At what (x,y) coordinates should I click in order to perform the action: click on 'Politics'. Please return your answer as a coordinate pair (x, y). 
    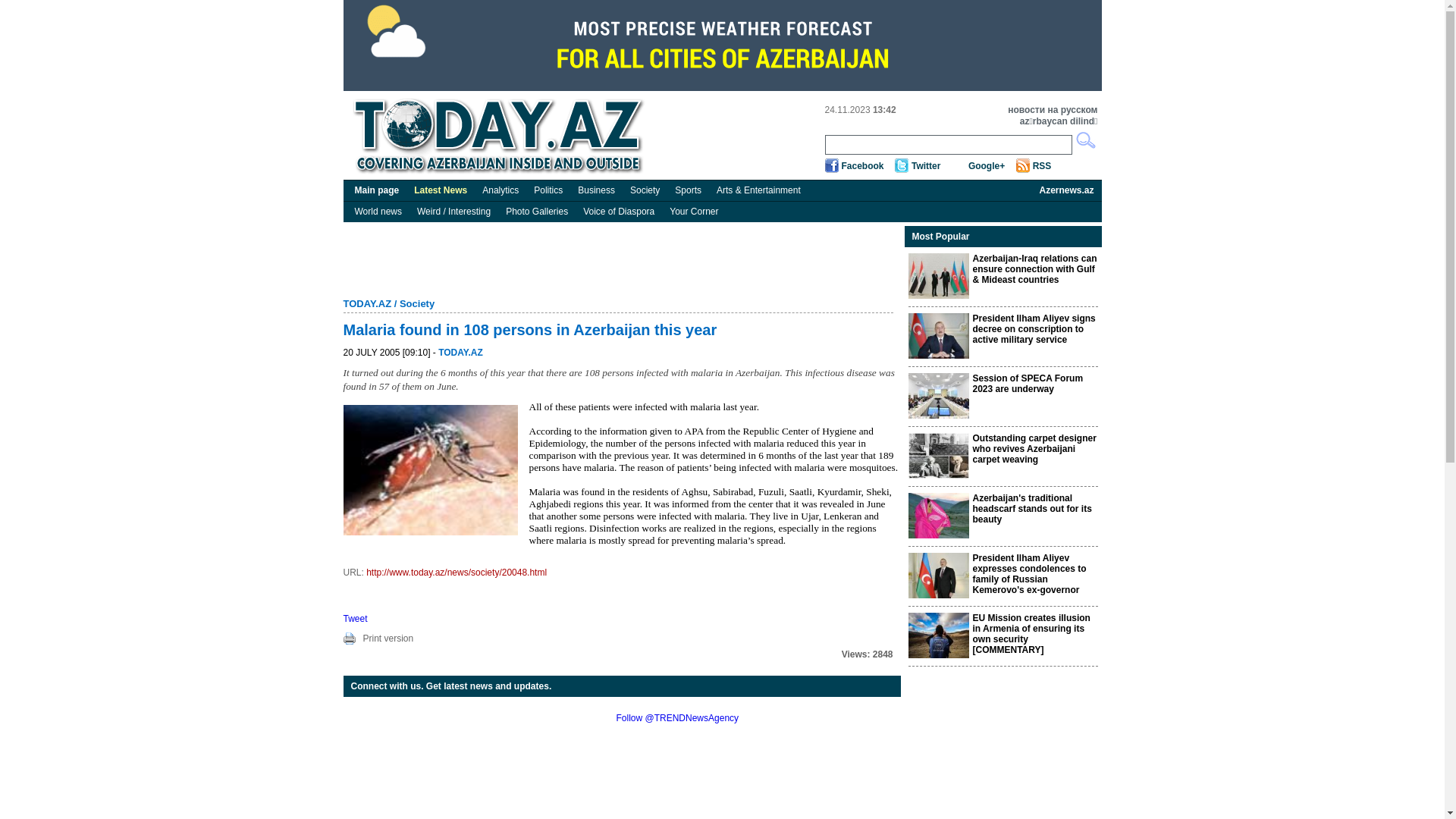
    Looking at the image, I should click on (526, 189).